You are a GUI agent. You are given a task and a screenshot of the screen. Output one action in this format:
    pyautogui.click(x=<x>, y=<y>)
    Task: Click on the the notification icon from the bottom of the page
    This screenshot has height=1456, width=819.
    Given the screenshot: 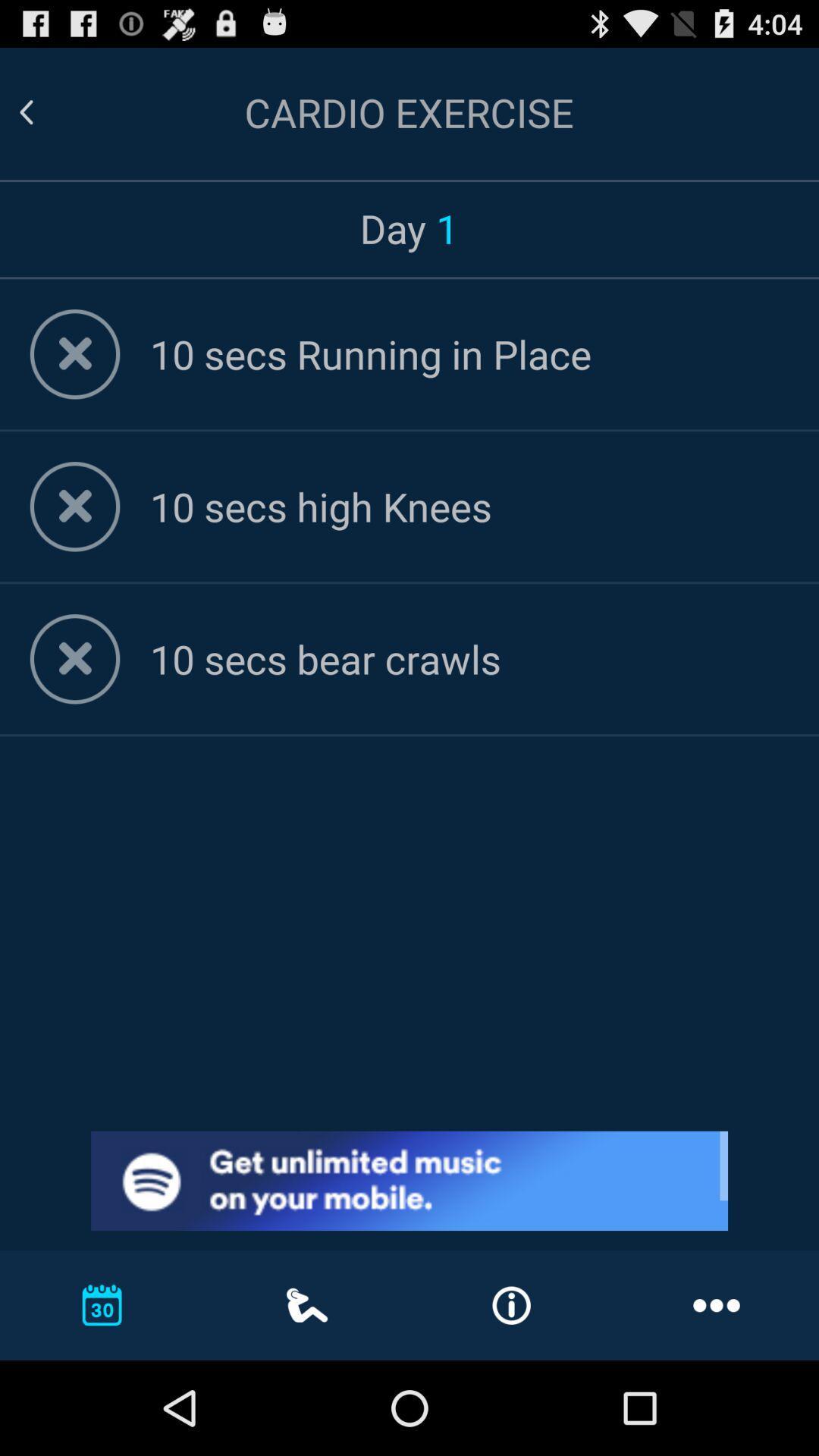 What is the action you would take?
    pyautogui.click(x=512, y=1305)
    